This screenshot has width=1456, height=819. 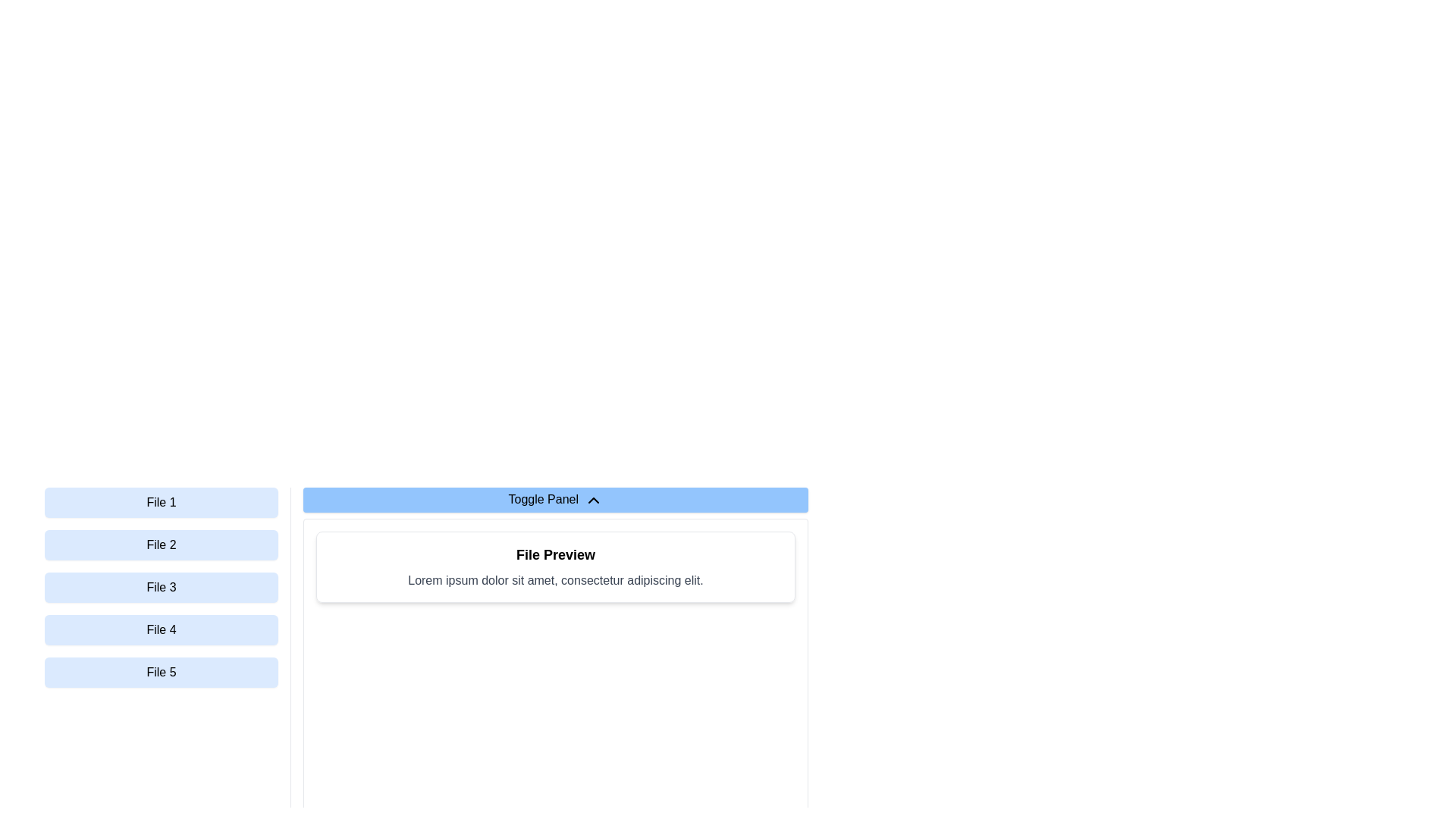 What do you see at coordinates (161, 672) in the screenshot?
I see `the 'File 5' button, which is a light blue rectangular button with rounded corners located at the bottom of a vertical list next to the 'File Preview' panel` at bounding box center [161, 672].